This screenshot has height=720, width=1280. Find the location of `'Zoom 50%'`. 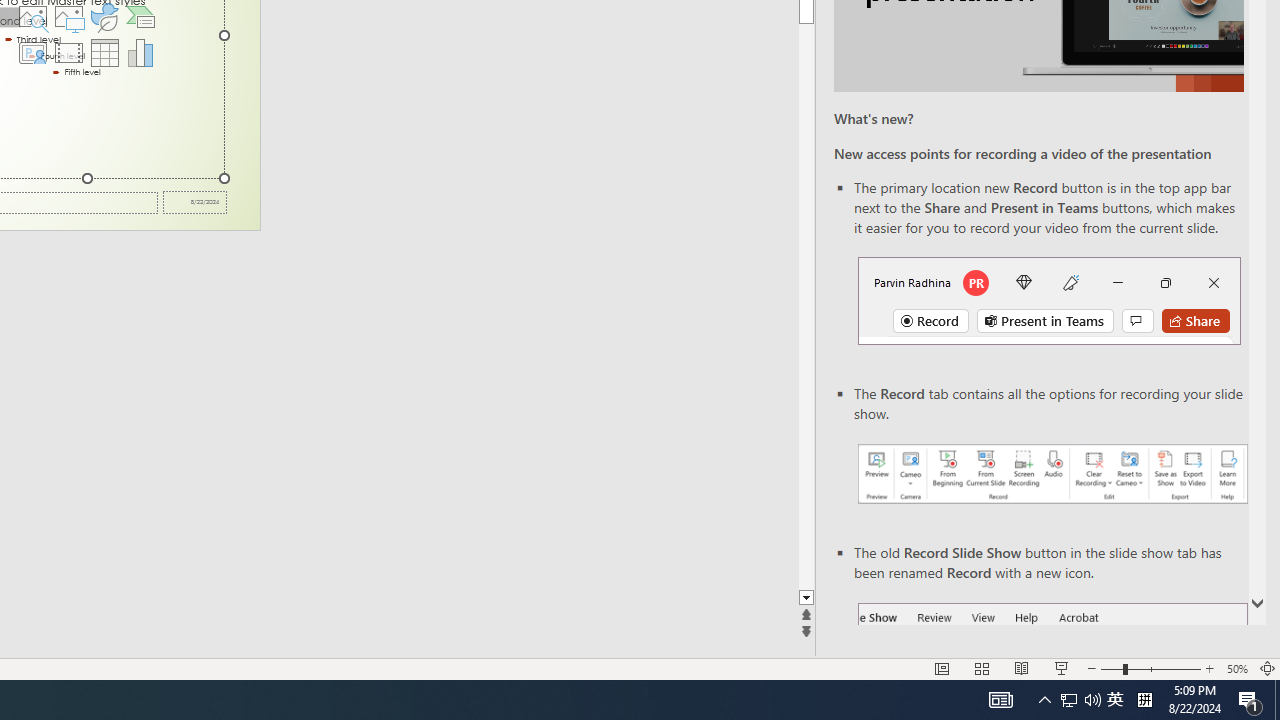

'Zoom 50%' is located at coordinates (1236, 669).